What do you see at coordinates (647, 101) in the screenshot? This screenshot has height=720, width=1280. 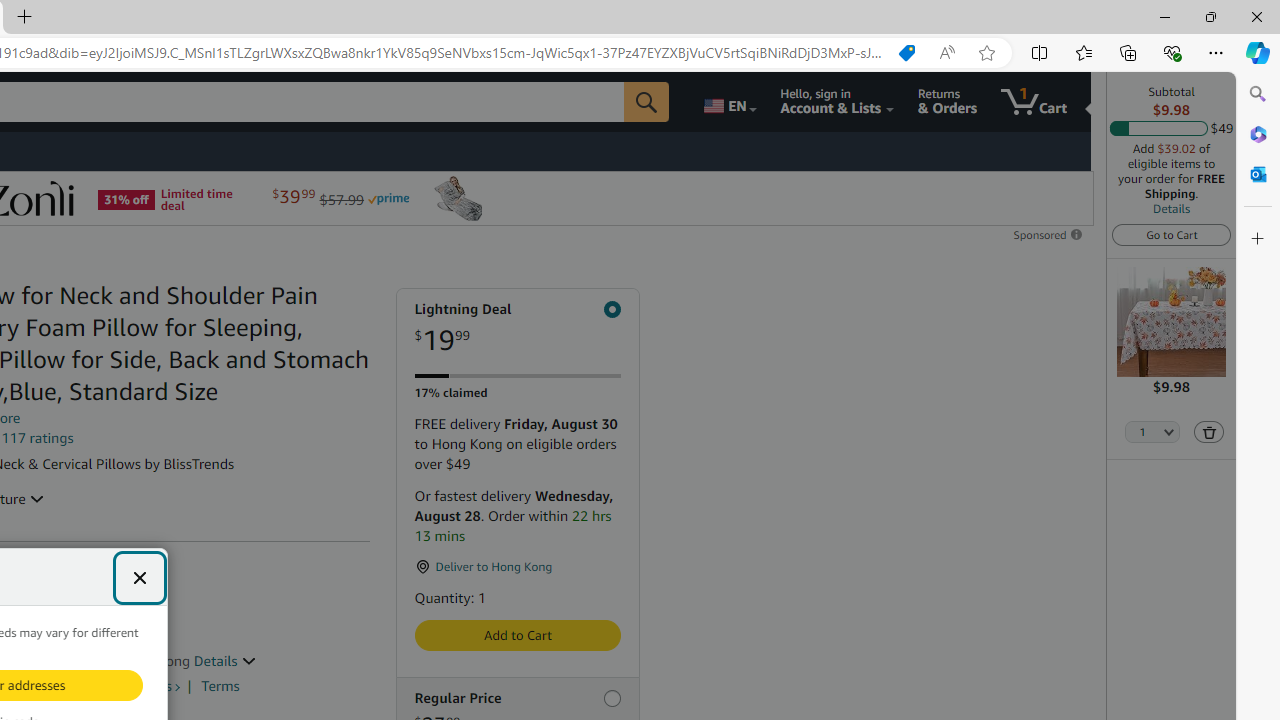 I see `'Go'` at bounding box center [647, 101].